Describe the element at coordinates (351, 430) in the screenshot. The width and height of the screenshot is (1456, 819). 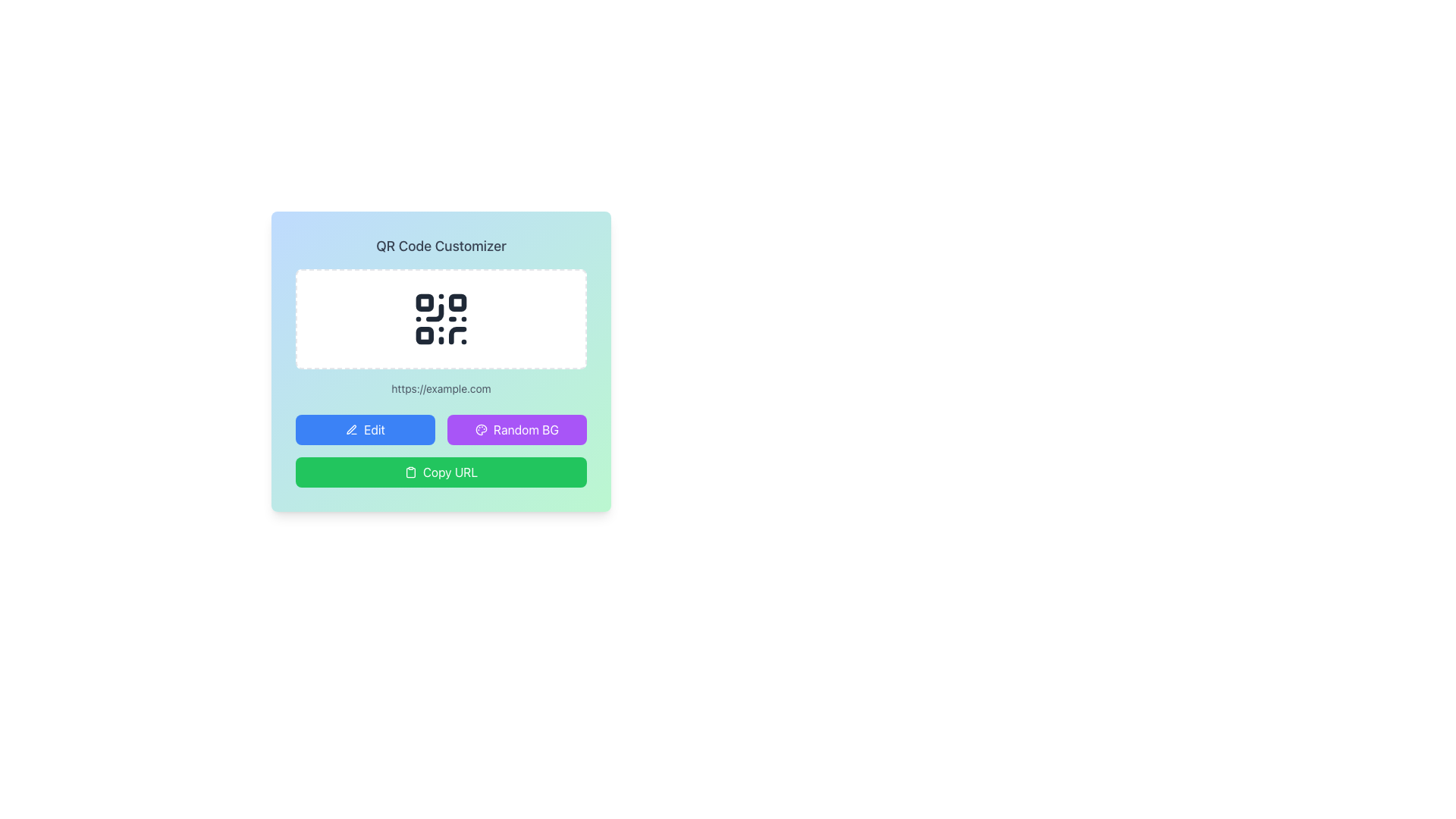
I see `the edit icon, which is a minimalistic pen-like graphic located to the left of the text 'Edit' within the button at the bottom left of the card containing the QR code` at that location.